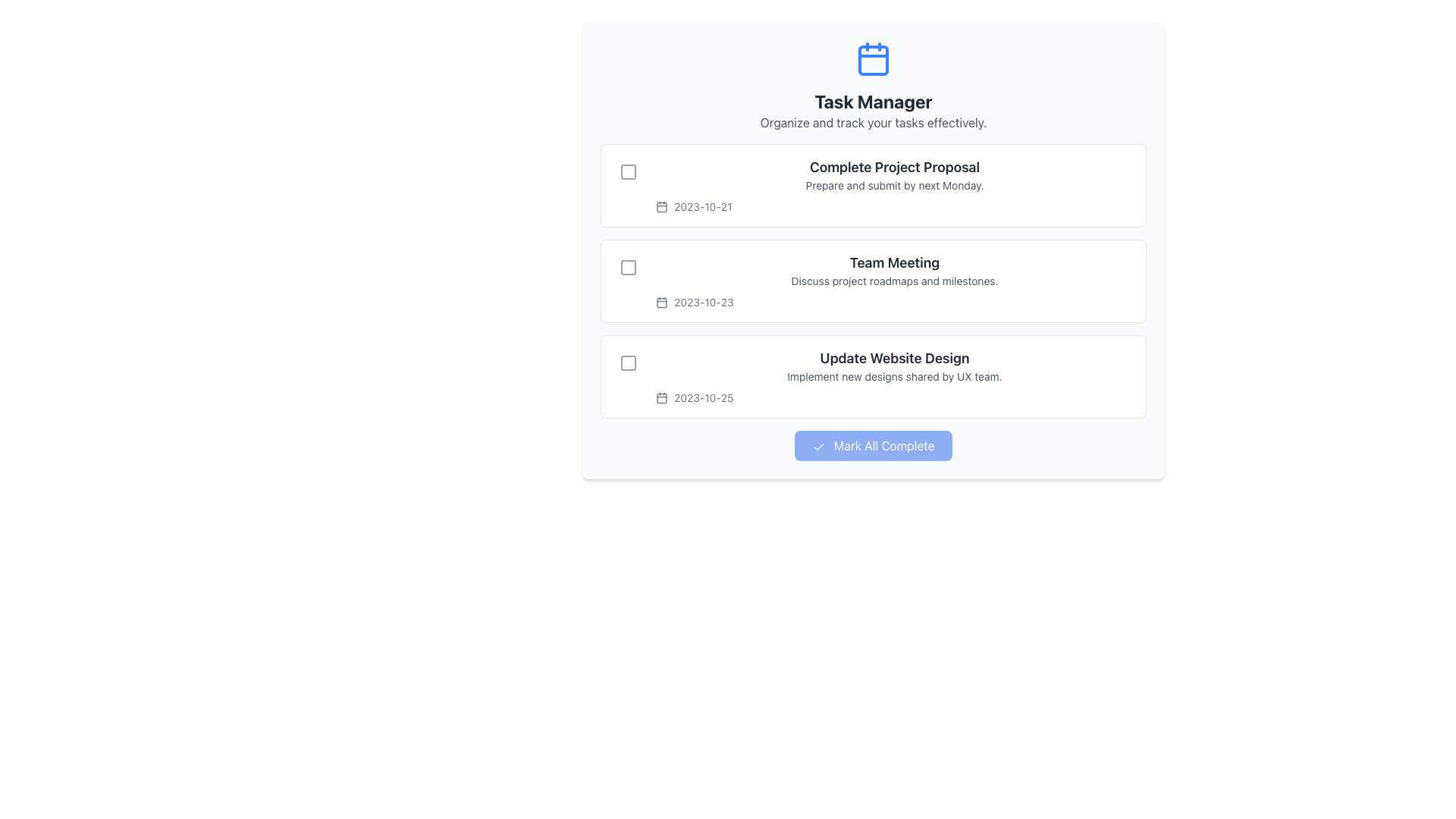 Image resolution: width=1456 pixels, height=819 pixels. Describe the element at coordinates (895, 262) in the screenshot. I see `the 'Team Meeting' header text label, which is prominently displayed in bold dark gray font as the second task item in the list` at that location.